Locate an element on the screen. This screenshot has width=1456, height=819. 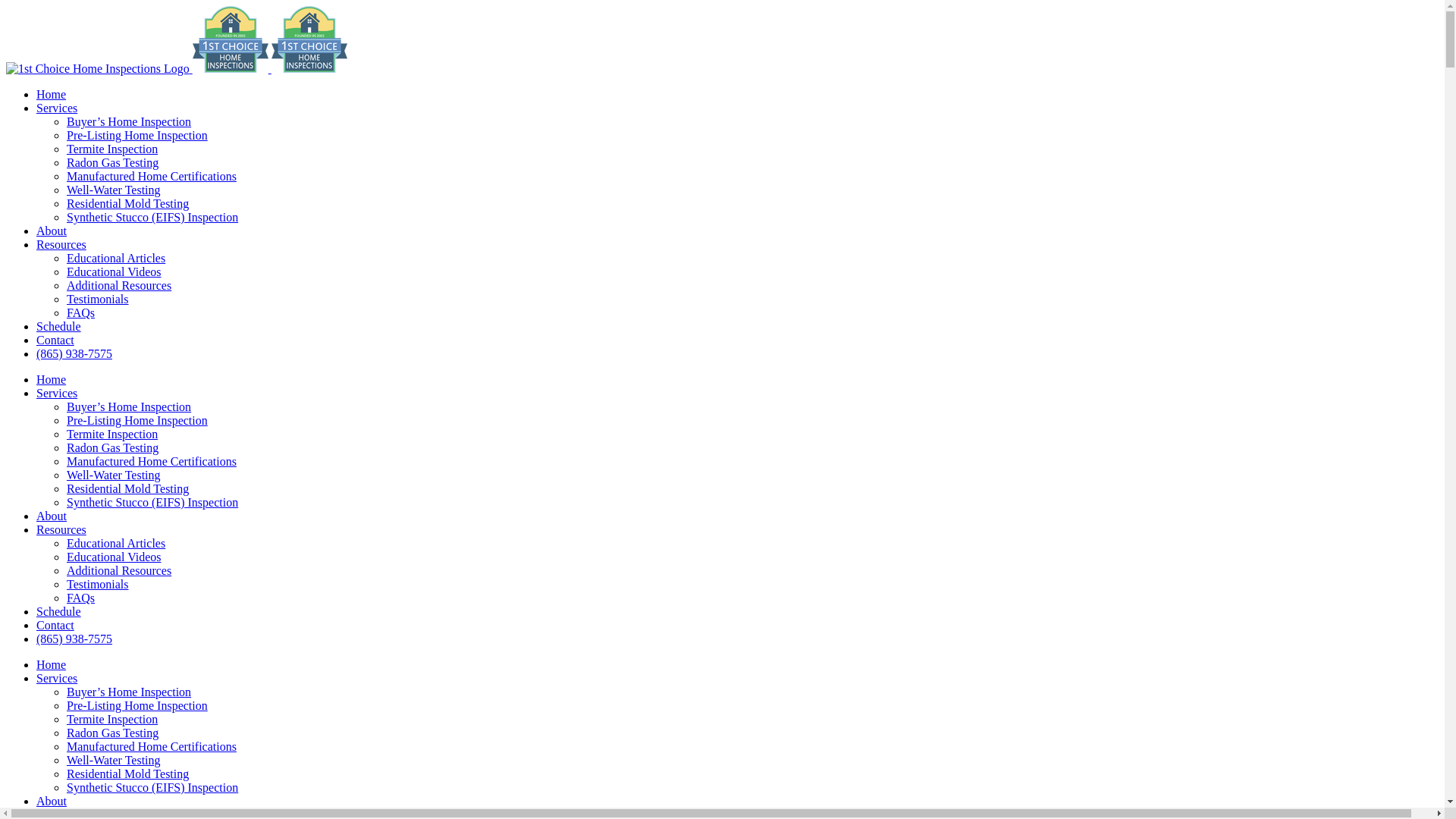
'Home' is located at coordinates (51, 664).